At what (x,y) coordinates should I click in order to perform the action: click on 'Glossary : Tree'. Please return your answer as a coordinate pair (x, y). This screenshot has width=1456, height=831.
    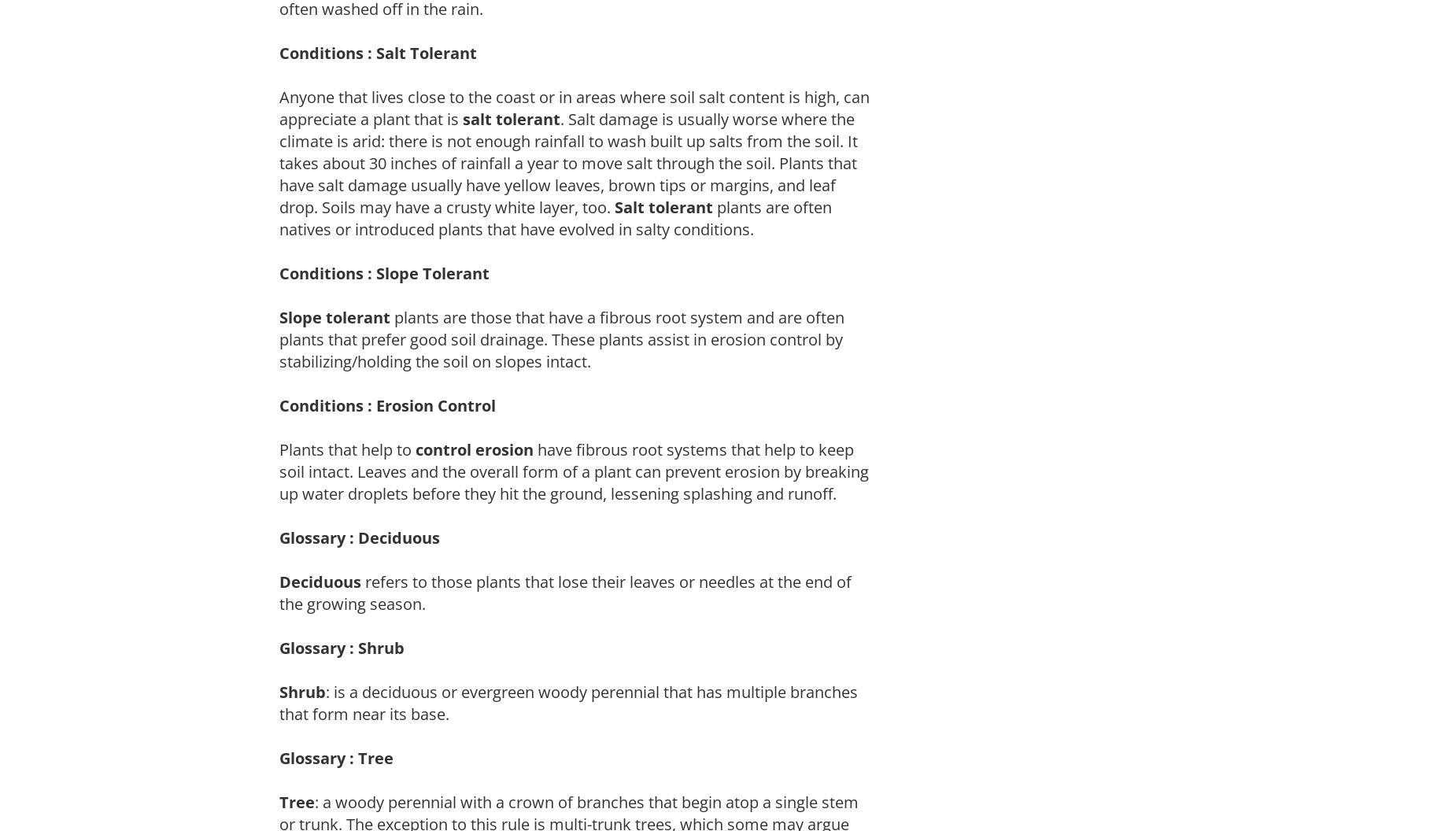
    Looking at the image, I should click on (279, 757).